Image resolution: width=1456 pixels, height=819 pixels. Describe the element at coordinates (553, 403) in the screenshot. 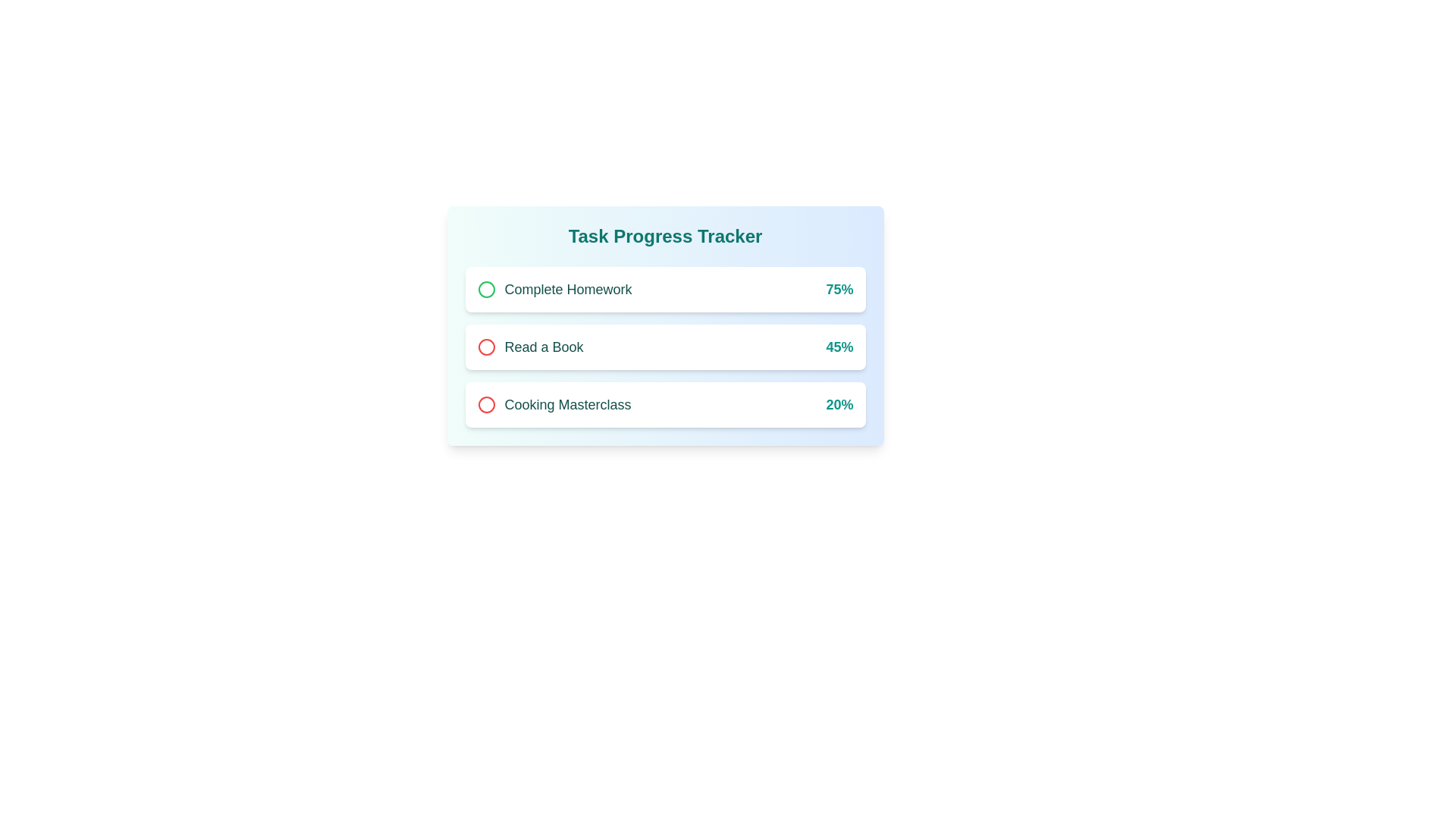

I see `the third task entry in the task progress tracker, which is positioned to the left of the '20%' percentage indicator and follows 'Complete Homework' and 'Read a Book'` at that location.